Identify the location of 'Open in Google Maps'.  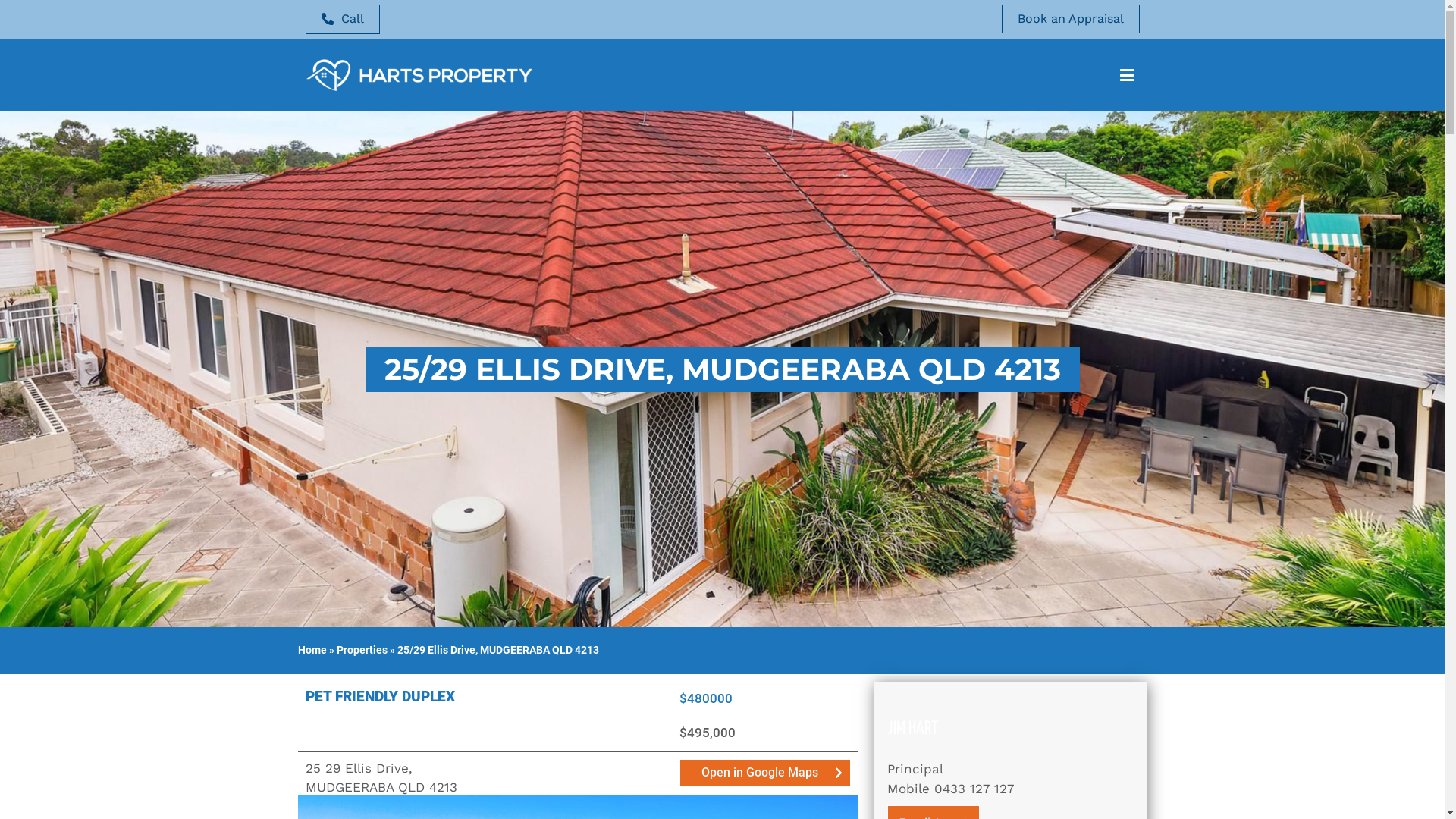
(765, 773).